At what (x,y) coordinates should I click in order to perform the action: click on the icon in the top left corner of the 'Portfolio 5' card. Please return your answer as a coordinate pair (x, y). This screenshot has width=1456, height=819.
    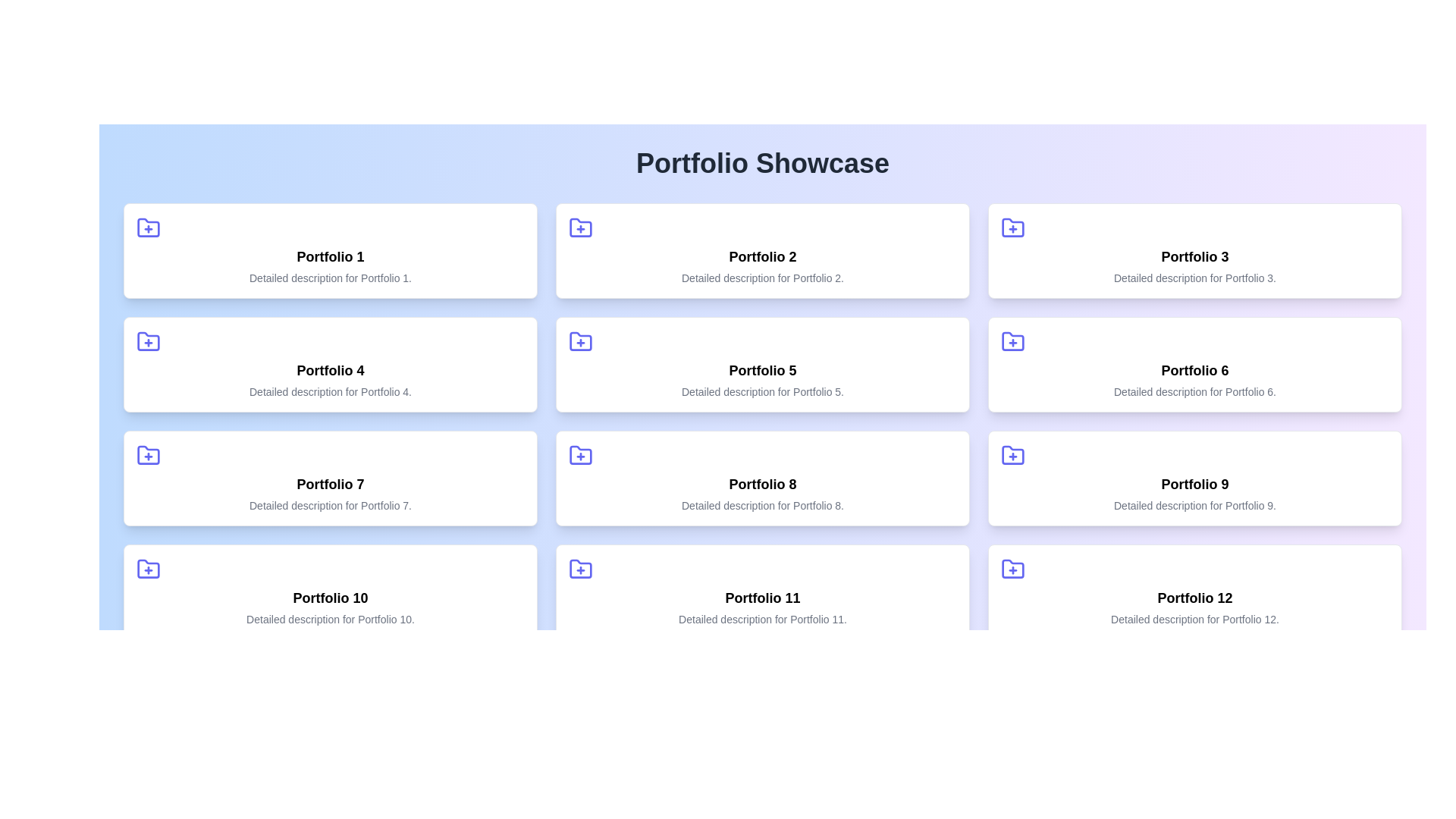
    Looking at the image, I should click on (580, 342).